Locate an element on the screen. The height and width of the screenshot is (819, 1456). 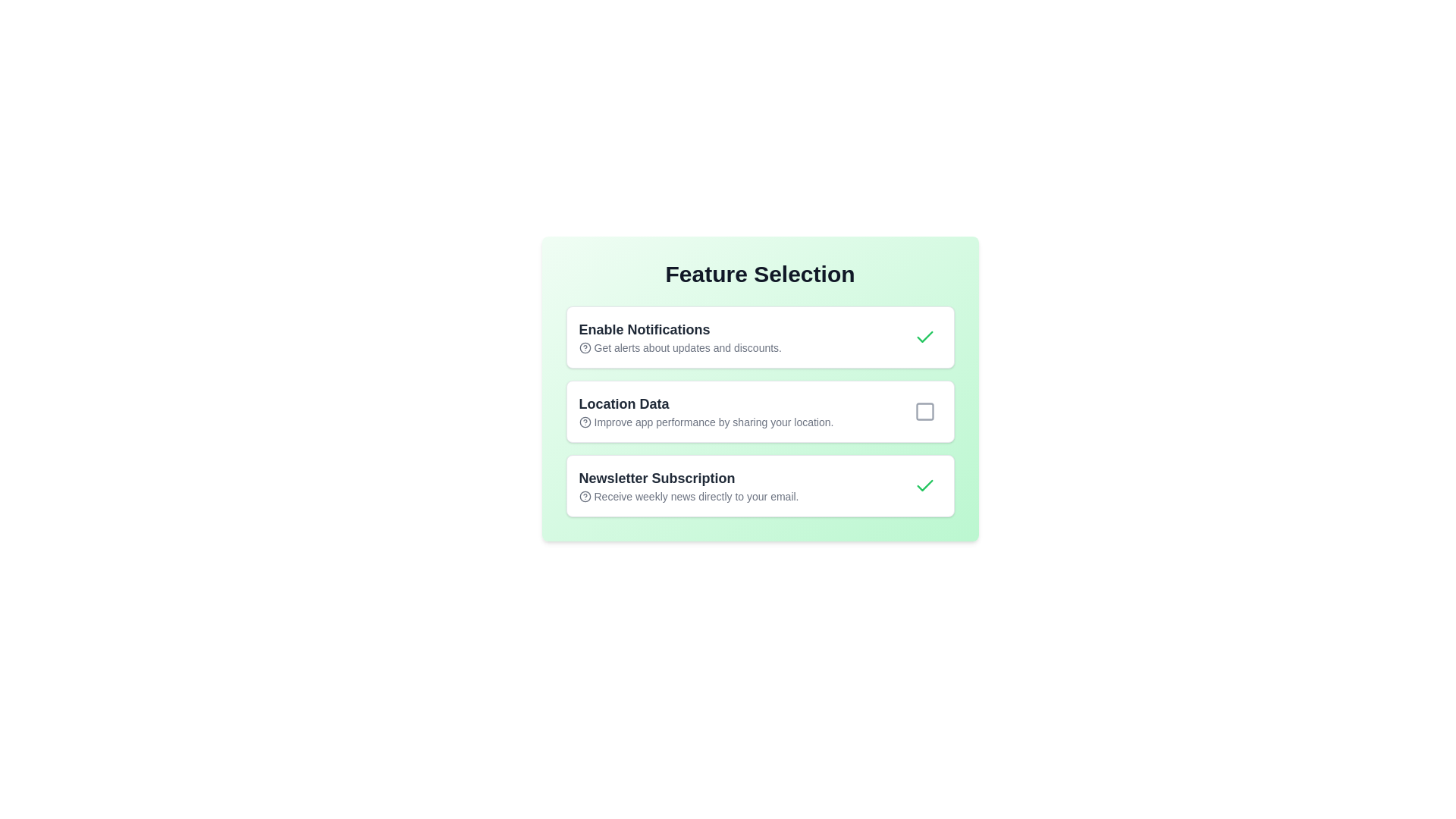
the small, square checkbox icon with rounded corners located next to the 'Location Data' option is located at coordinates (924, 412).